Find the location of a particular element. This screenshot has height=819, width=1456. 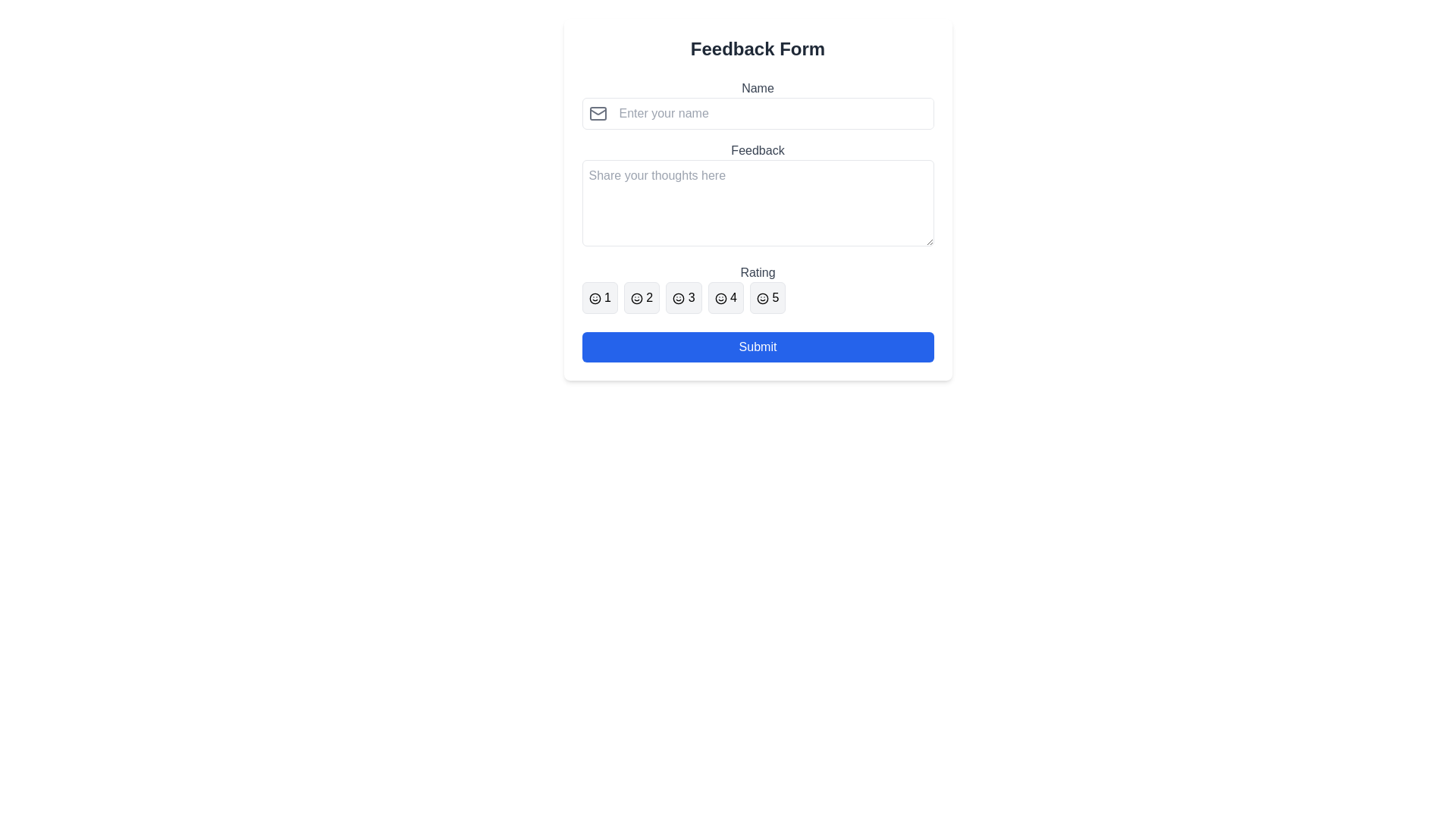

the red circular radio button corresponding to the number '5' with a smiley face emoji, located in a row of rating icons below the 'Rating' text field is located at coordinates (762, 298).